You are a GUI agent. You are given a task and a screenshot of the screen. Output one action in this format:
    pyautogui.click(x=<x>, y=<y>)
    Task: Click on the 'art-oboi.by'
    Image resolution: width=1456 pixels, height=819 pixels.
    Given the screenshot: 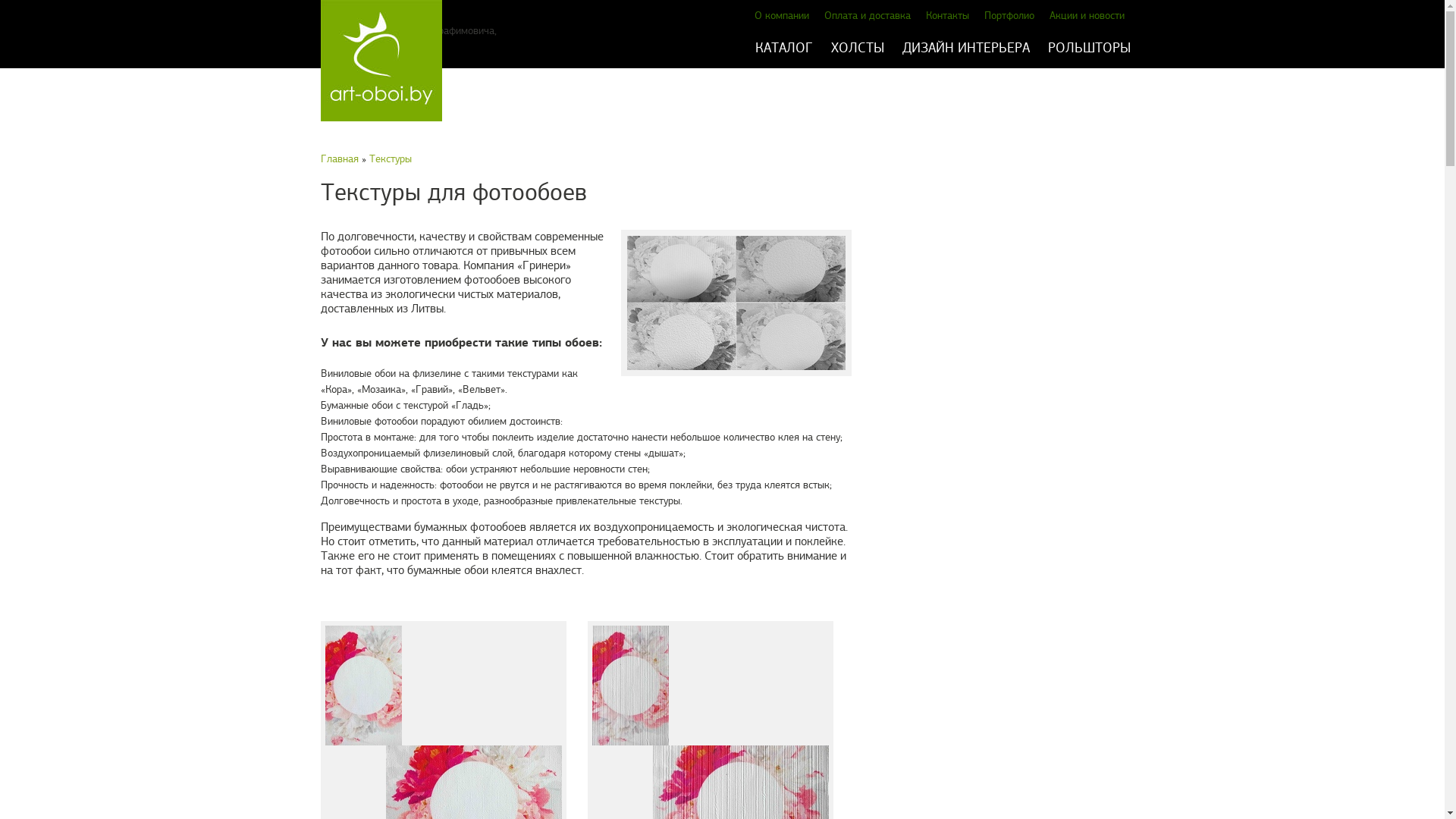 What is the action you would take?
    pyautogui.click(x=343, y=59)
    